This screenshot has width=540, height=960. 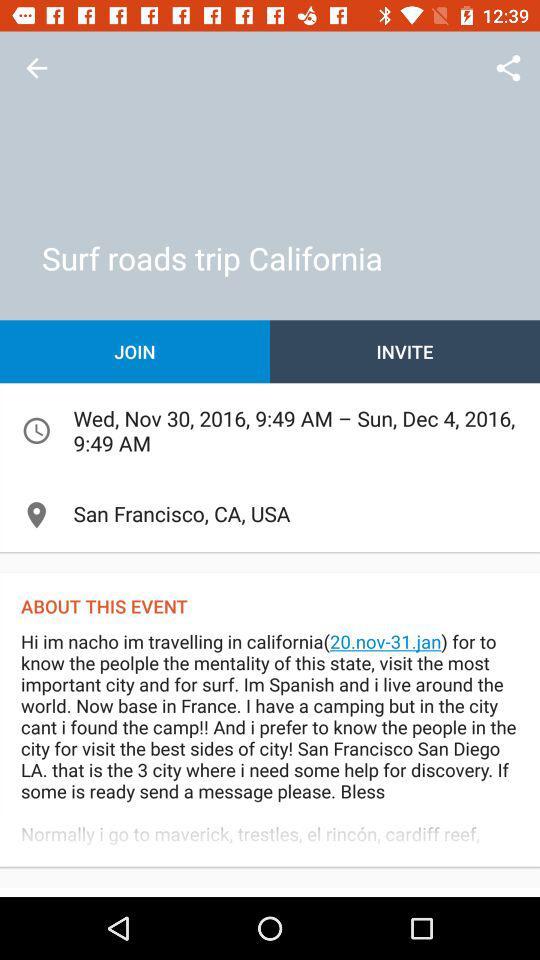 I want to click on item above the invite item, so click(x=508, y=68).